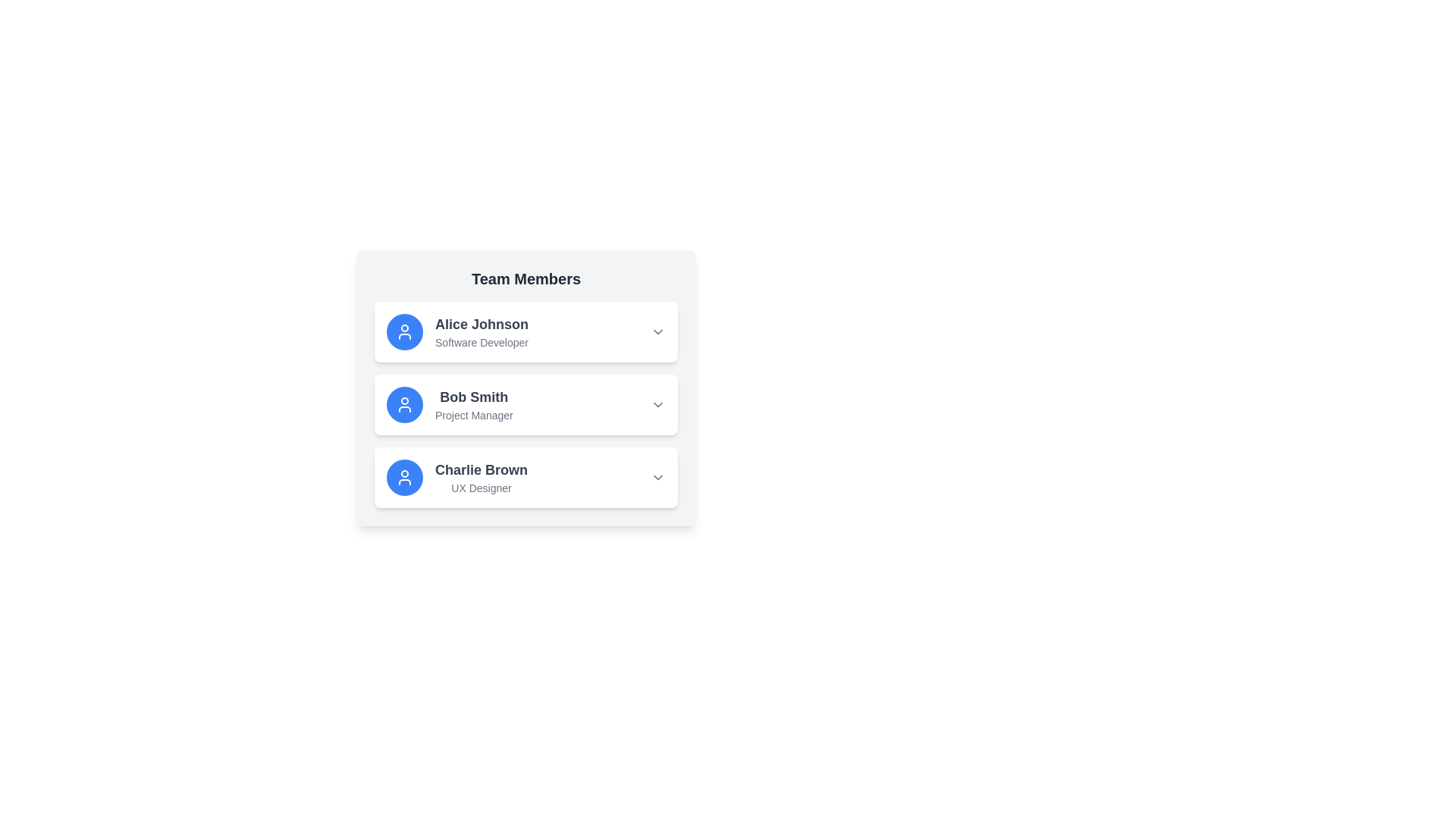  I want to click on the blue circular icon representing the person silhouette design for Alice Johnson, located at the top of the user information panel, so click(404, 476).